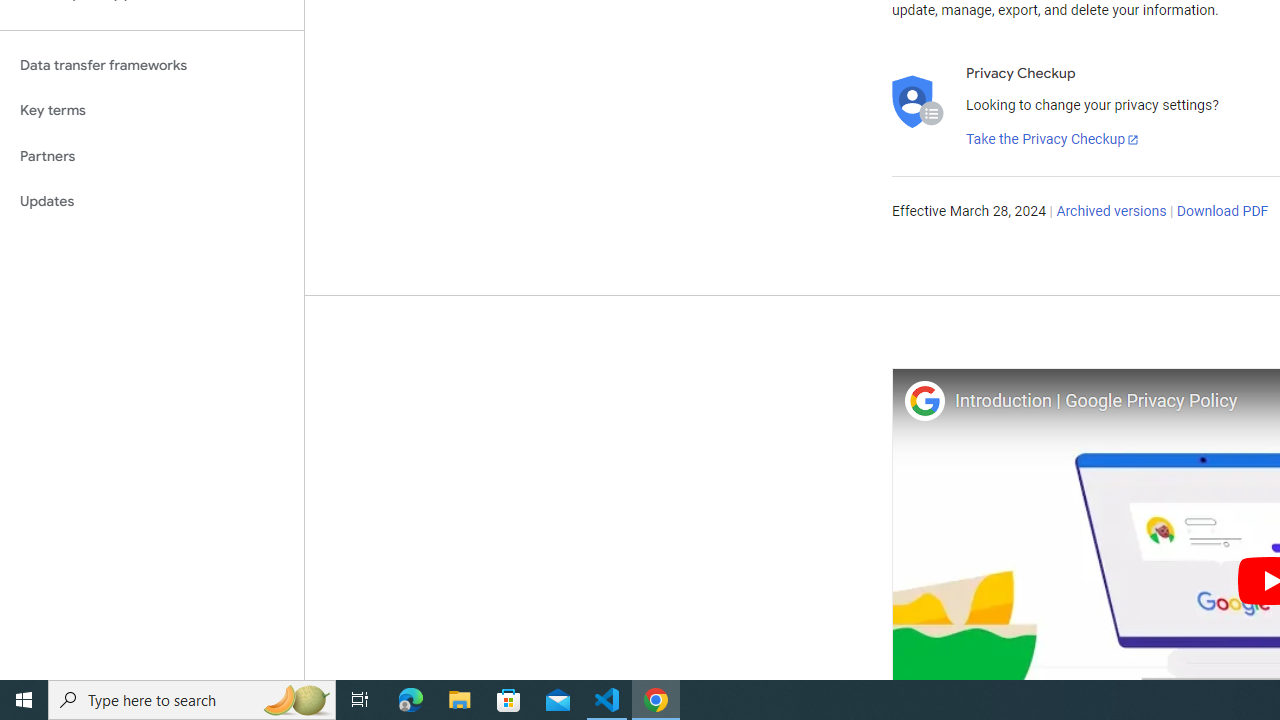 This screenshot has width=1280, height=720. I want to click on 'Download PDF', so click(1221, 212).